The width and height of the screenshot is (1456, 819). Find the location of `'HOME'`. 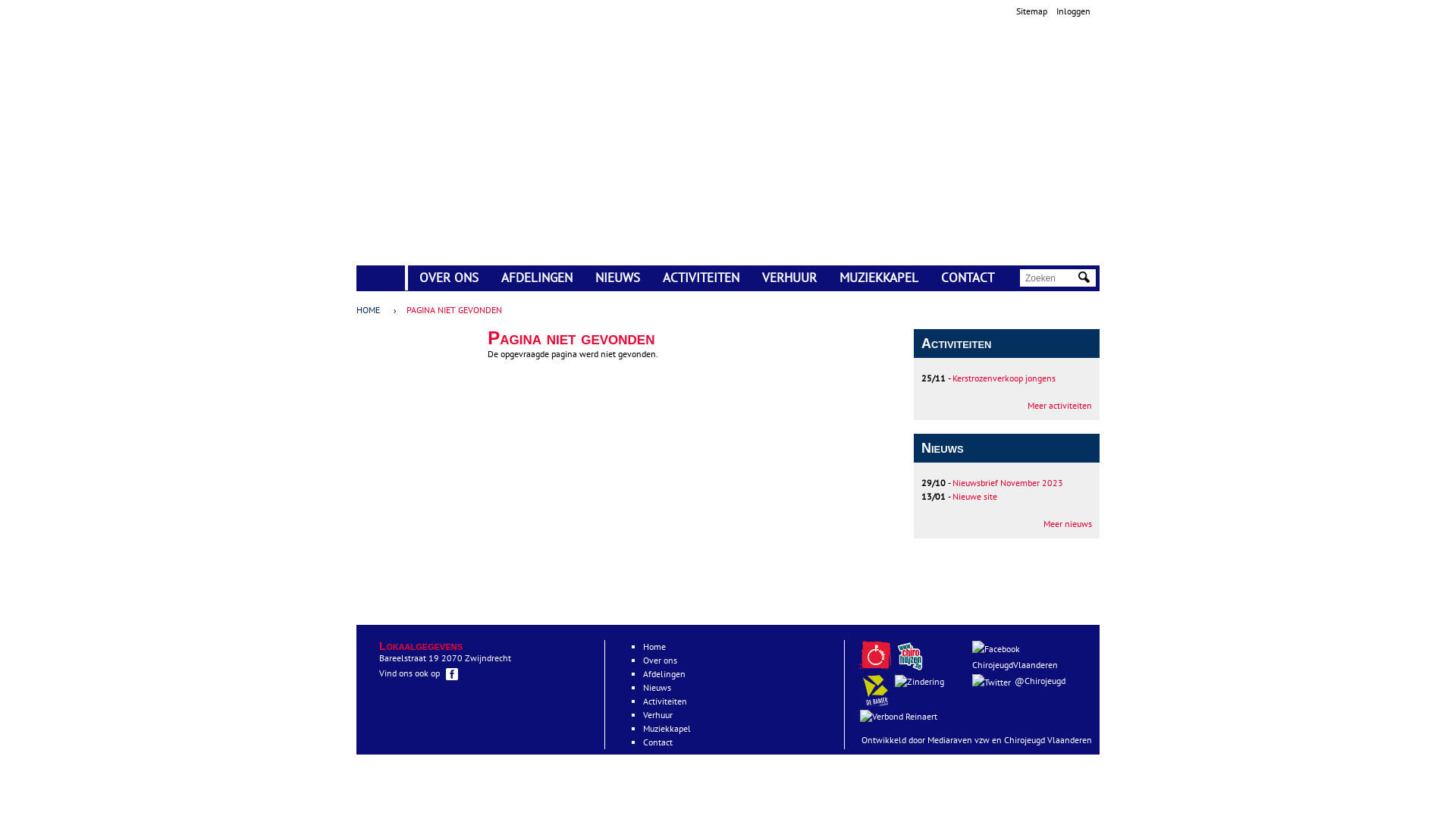

'HOME' is located at coordinates (372, 309).